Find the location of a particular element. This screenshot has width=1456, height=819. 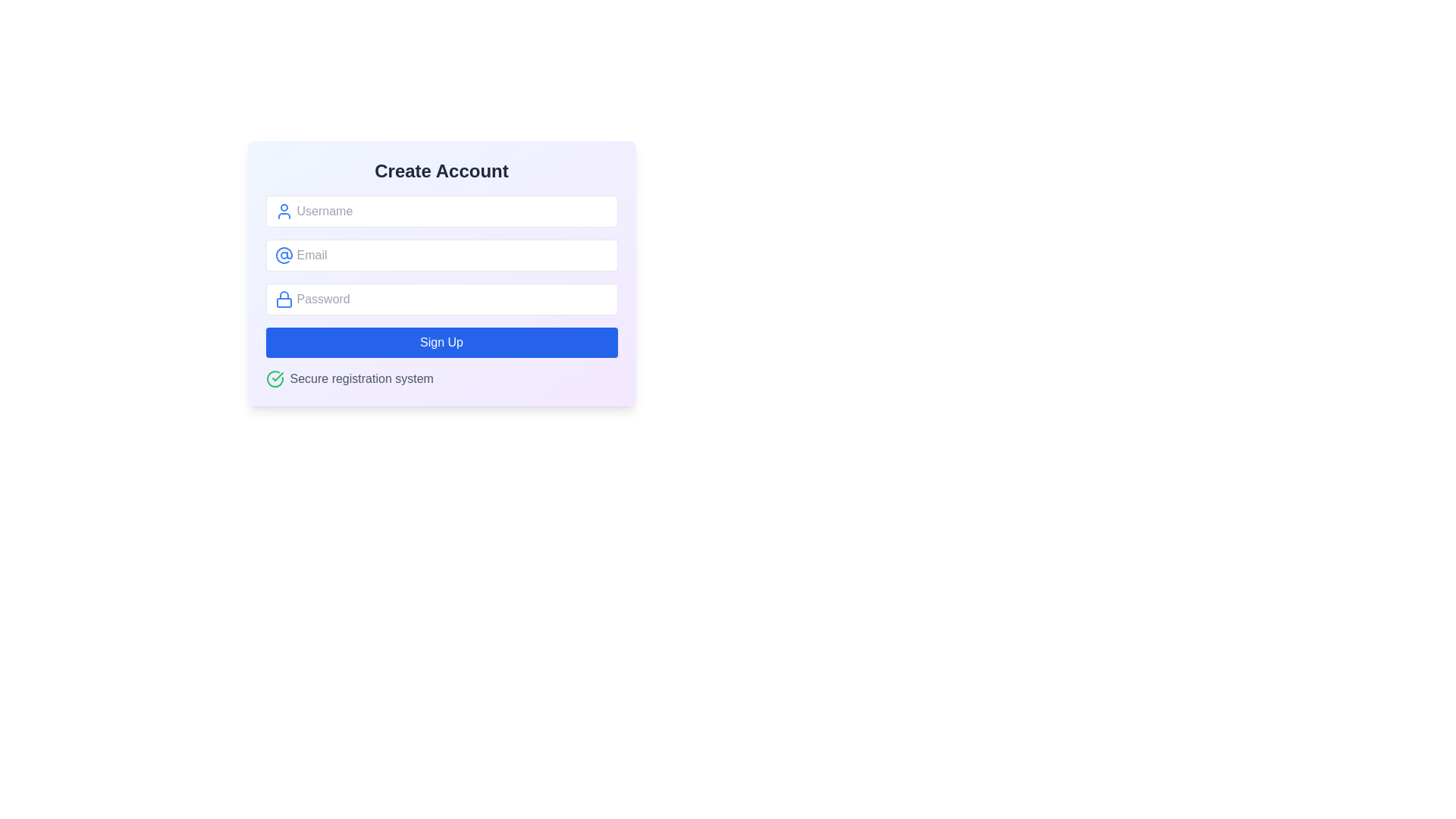

the green checkmark icon enclosed within a circular outline, located to the left of the text 'Secure registration system' is located at coordinates (275, 378).